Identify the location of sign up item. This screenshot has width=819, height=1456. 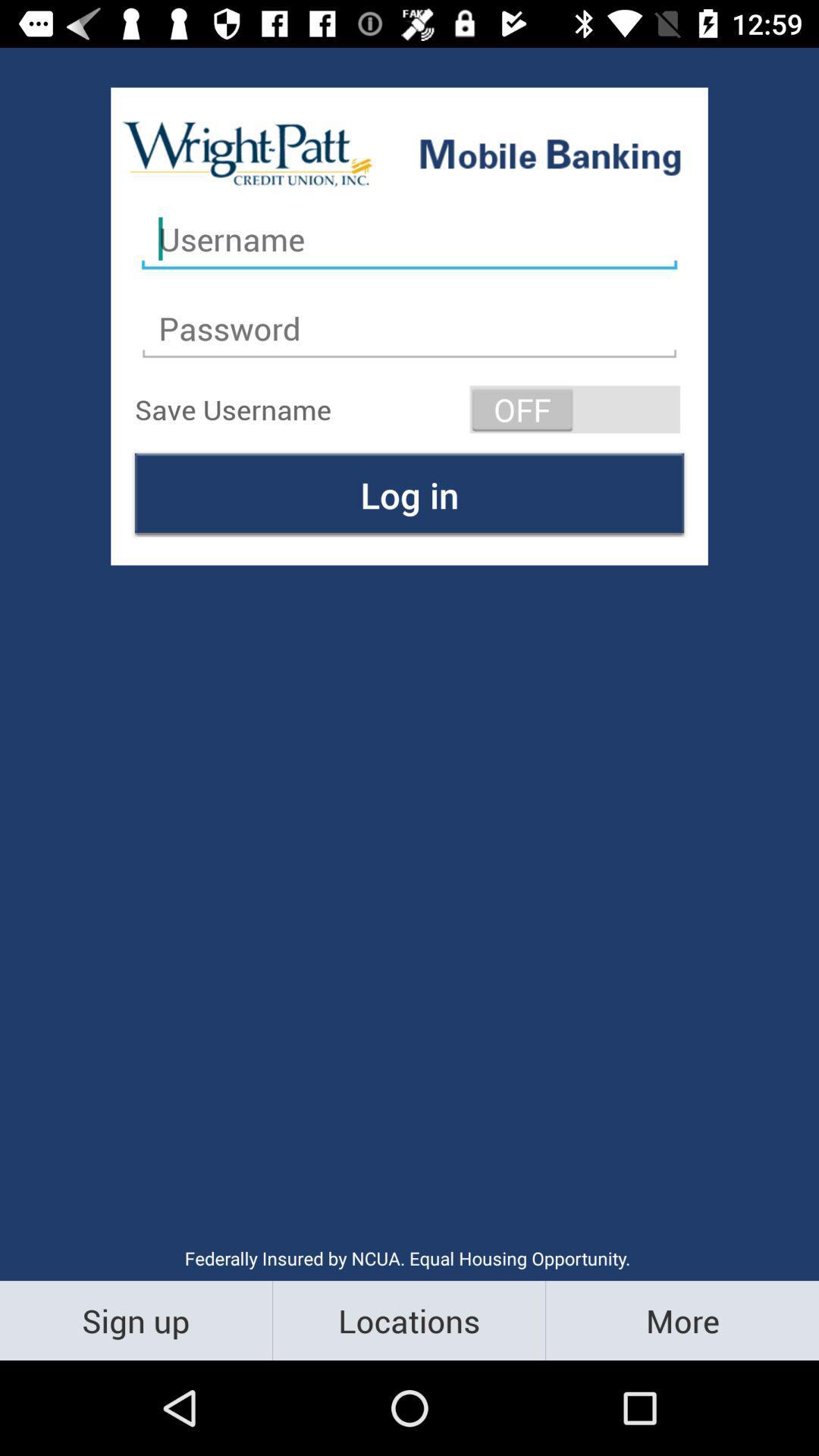
(135, 1319).